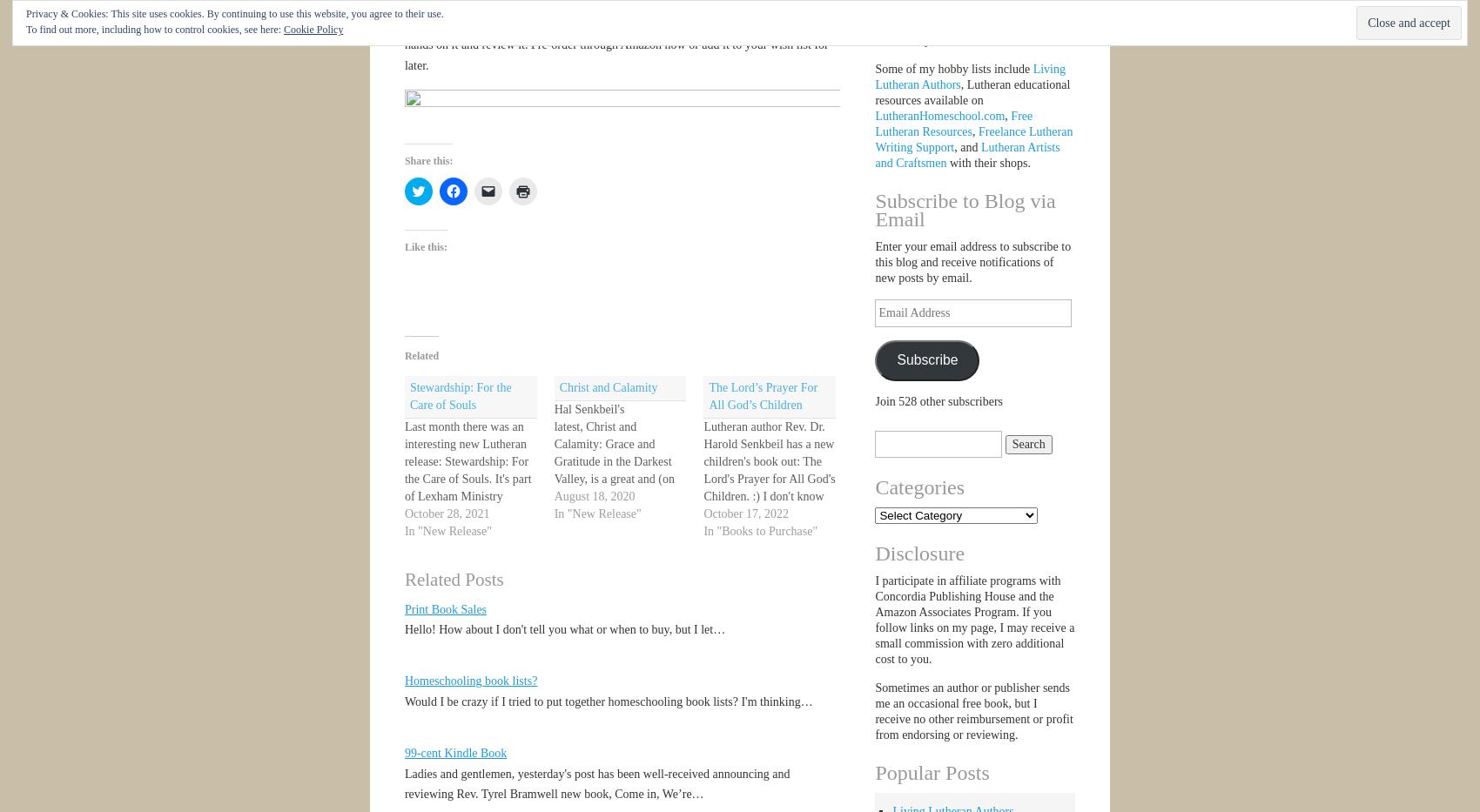 The image size is (1480, 812). Describe the element at coordinates (966, 155) in the screenshot. I see `'Lutheran Artists and Craftsmen'` at that location.